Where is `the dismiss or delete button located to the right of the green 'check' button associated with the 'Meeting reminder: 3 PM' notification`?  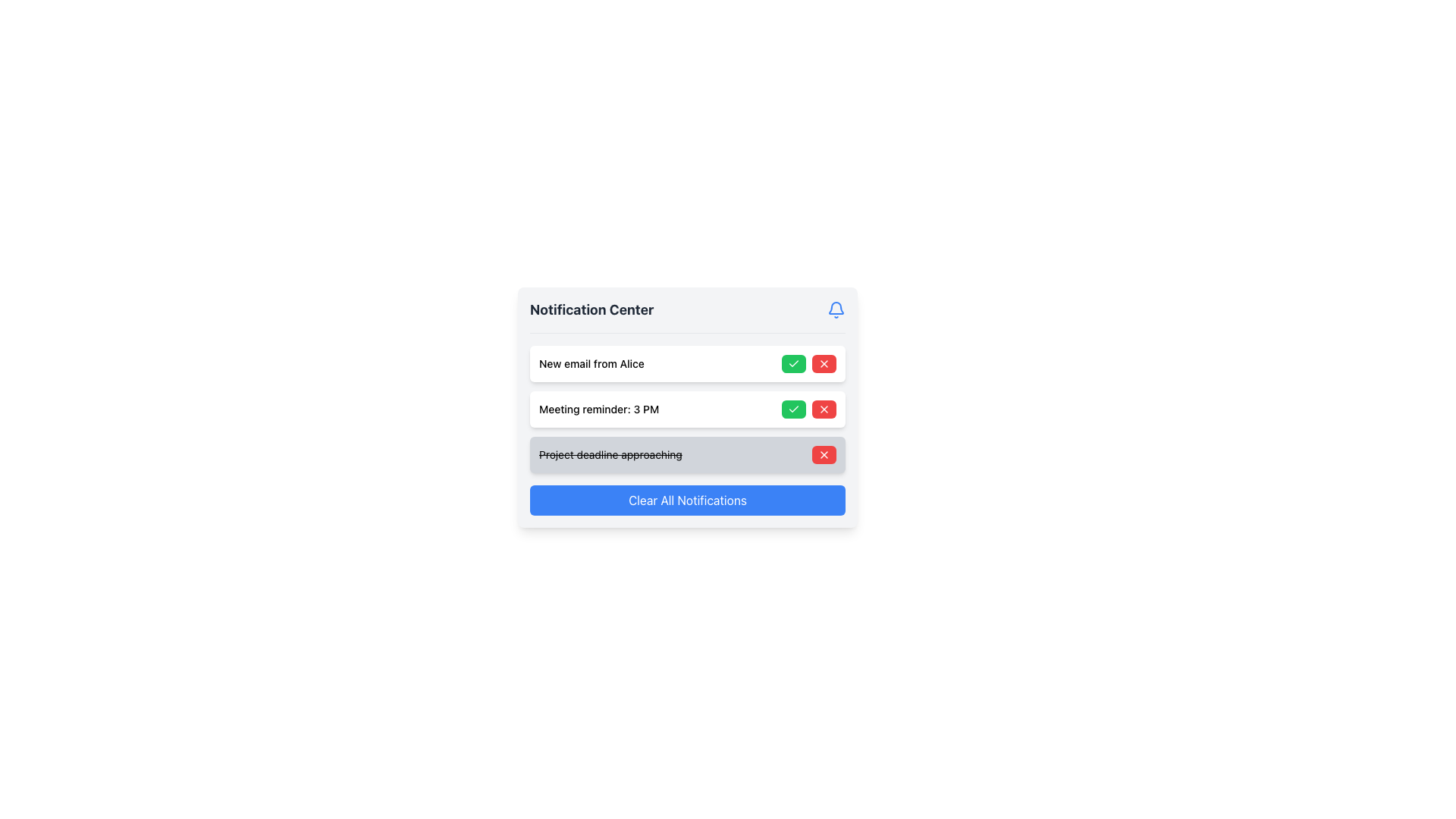 the dismiss or delete button located to the right of the green 'check' button associated with the 'Meeting reminder: 3 PM' notification is located at coordinates (823, 409).